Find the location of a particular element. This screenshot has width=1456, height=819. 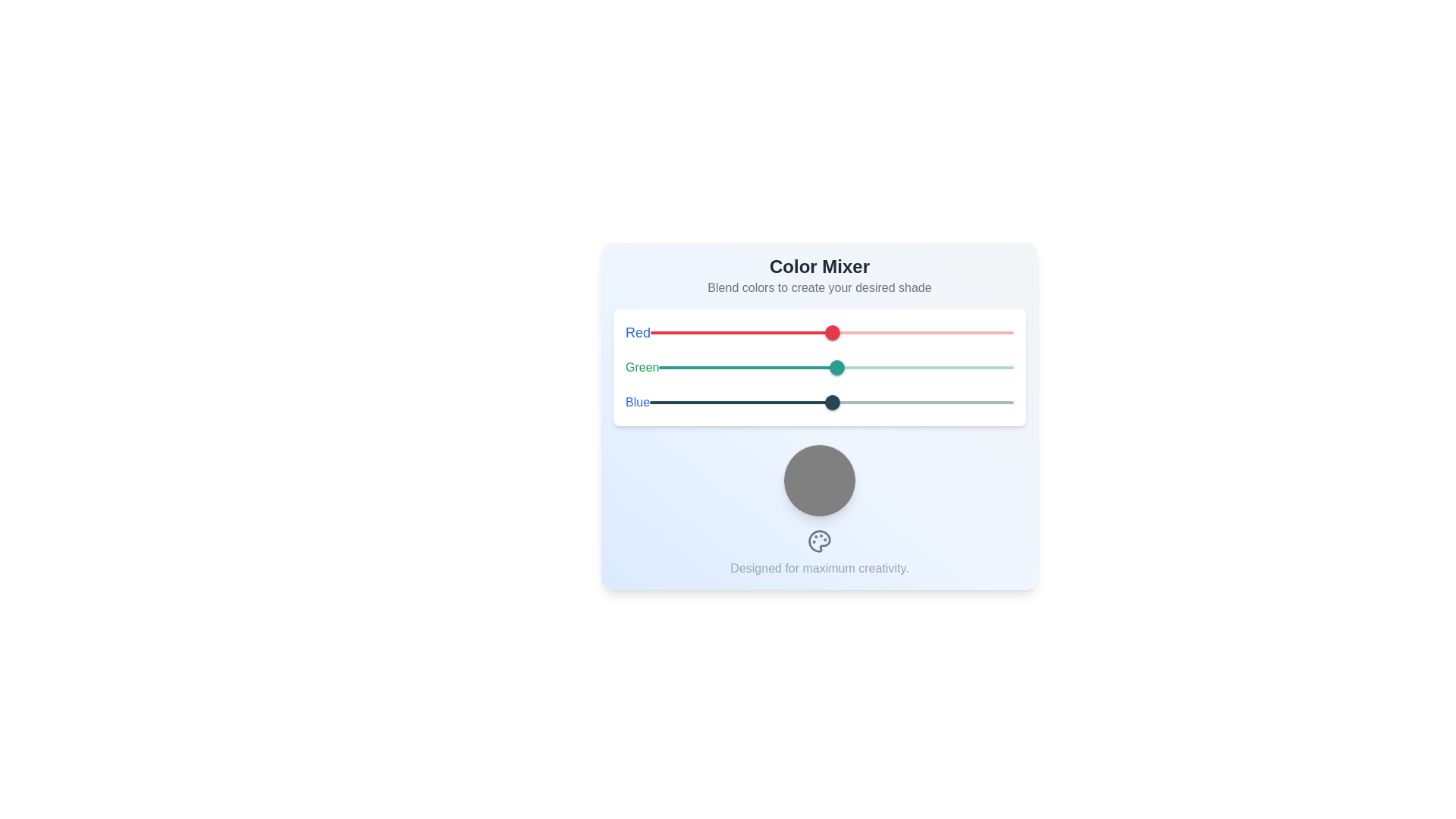

the green value is located at coordinates (893, 368).